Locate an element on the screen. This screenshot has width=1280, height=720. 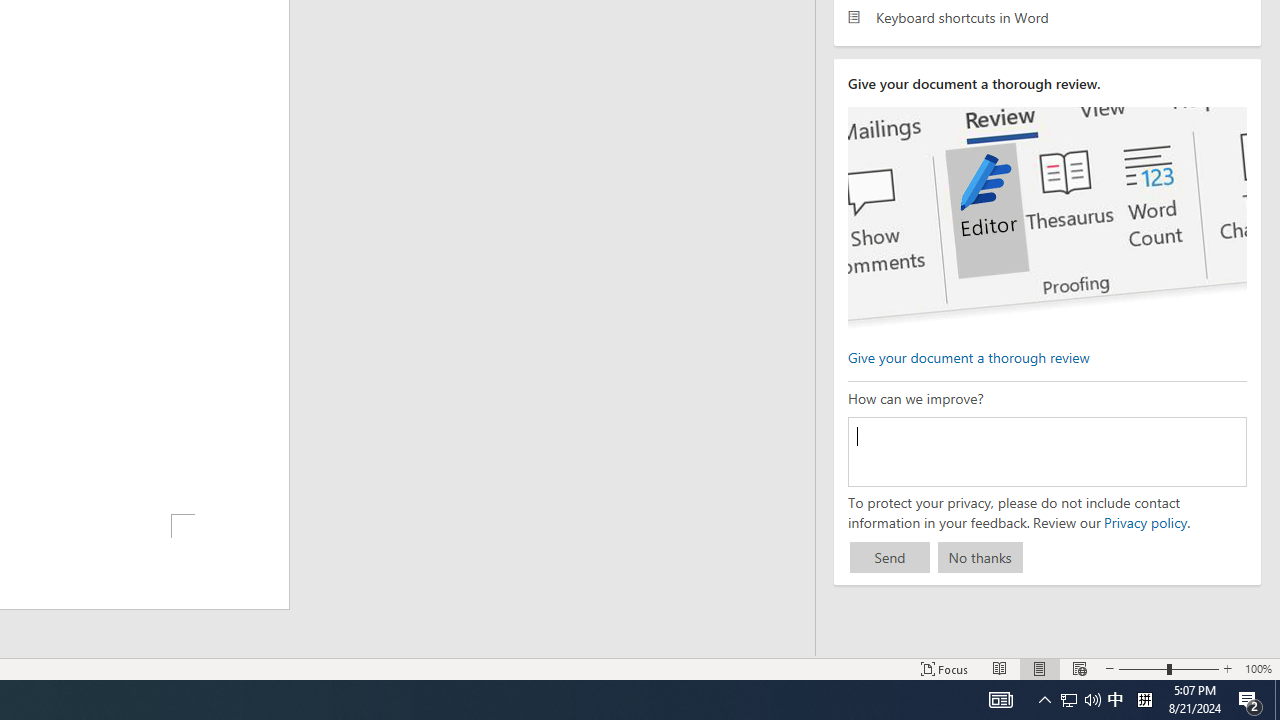
'Web Layout' is located at coordinates (1078, 669).